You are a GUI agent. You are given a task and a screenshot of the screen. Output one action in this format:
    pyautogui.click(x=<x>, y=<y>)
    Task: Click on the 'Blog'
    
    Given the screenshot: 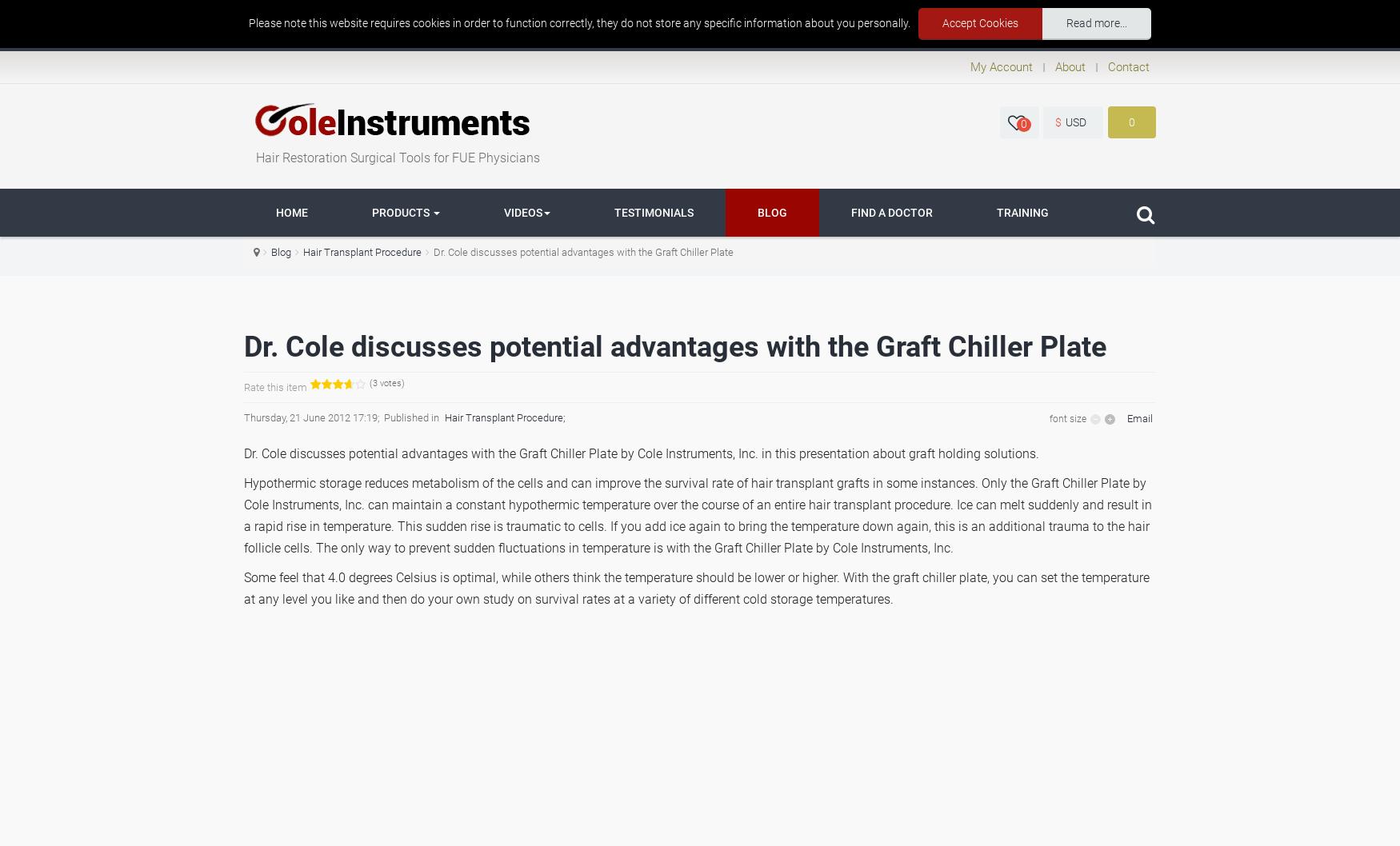 What is the action you would take?
    pyautogui.click(x=281, y=251)
    